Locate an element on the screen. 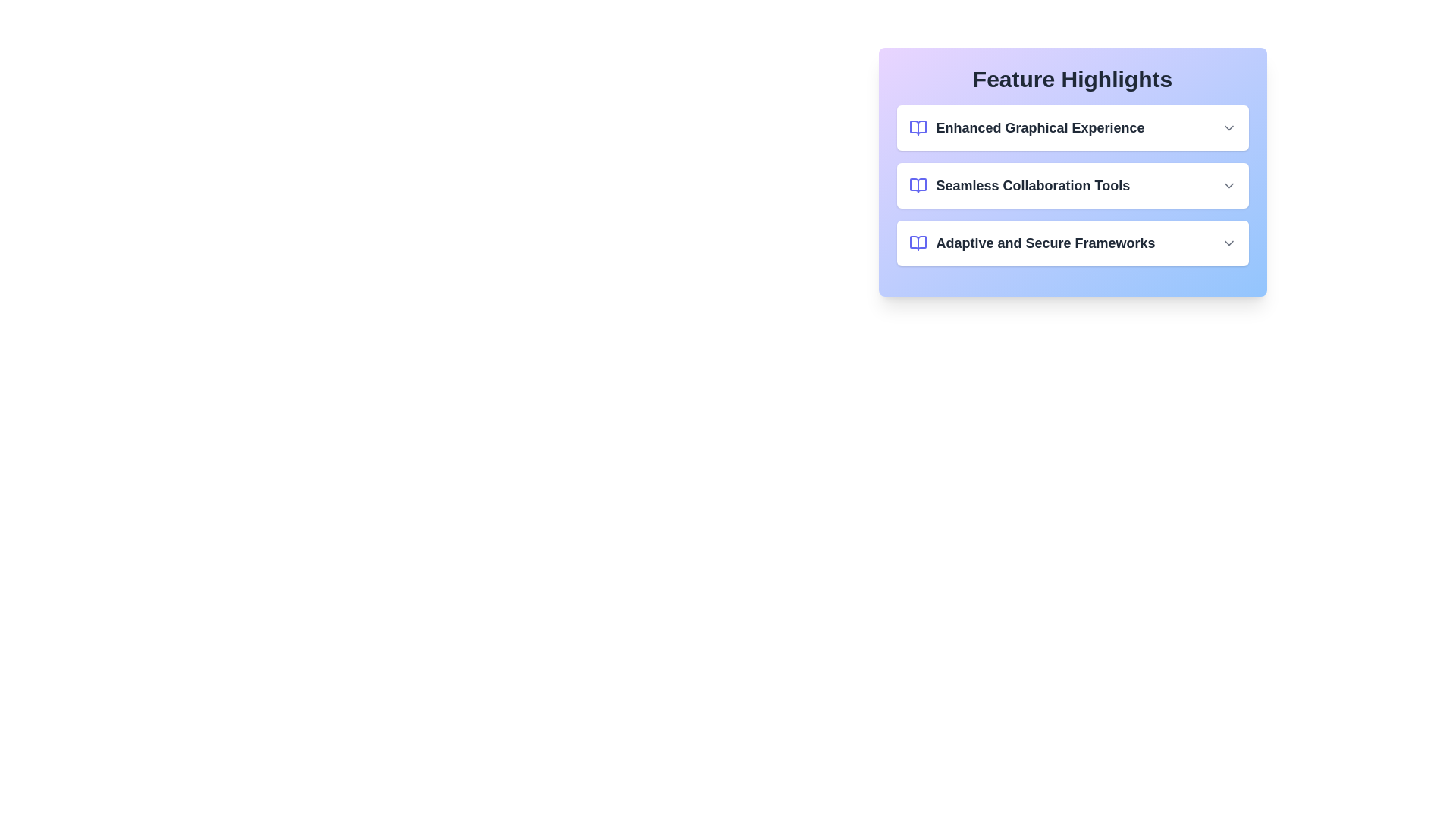 The image size is (1456, 819). the indigo open book icon located under 'Feature Highlights' in the 'Adaptive and Secure Frameworks' section is located at coordinates (917, 242).